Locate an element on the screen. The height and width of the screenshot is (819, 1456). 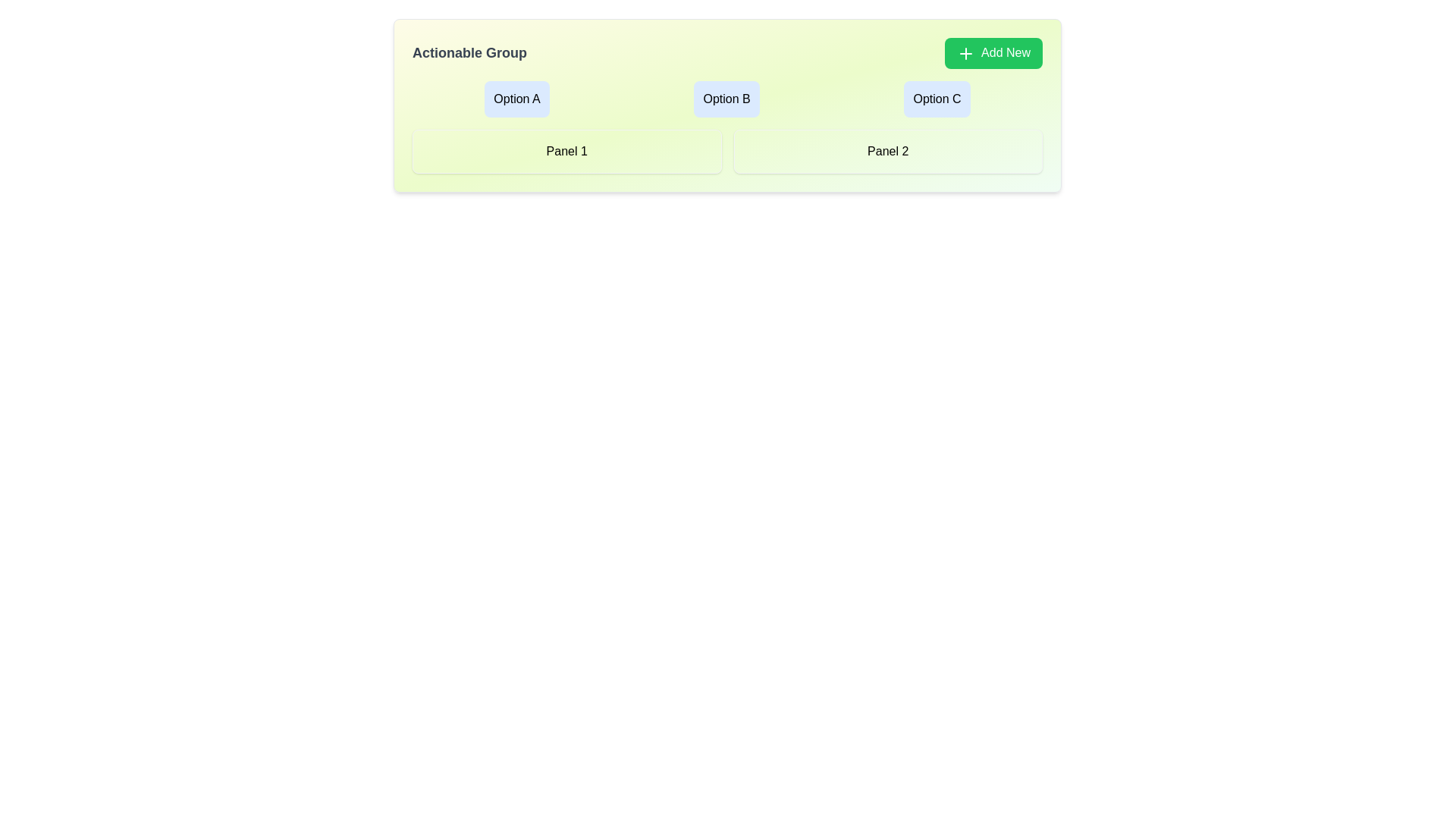
the 'Option B' button, which is a rectangular button with rounded corners, light blue background, and the text 'Option B' centered within it is located at coordinates (726, 99).